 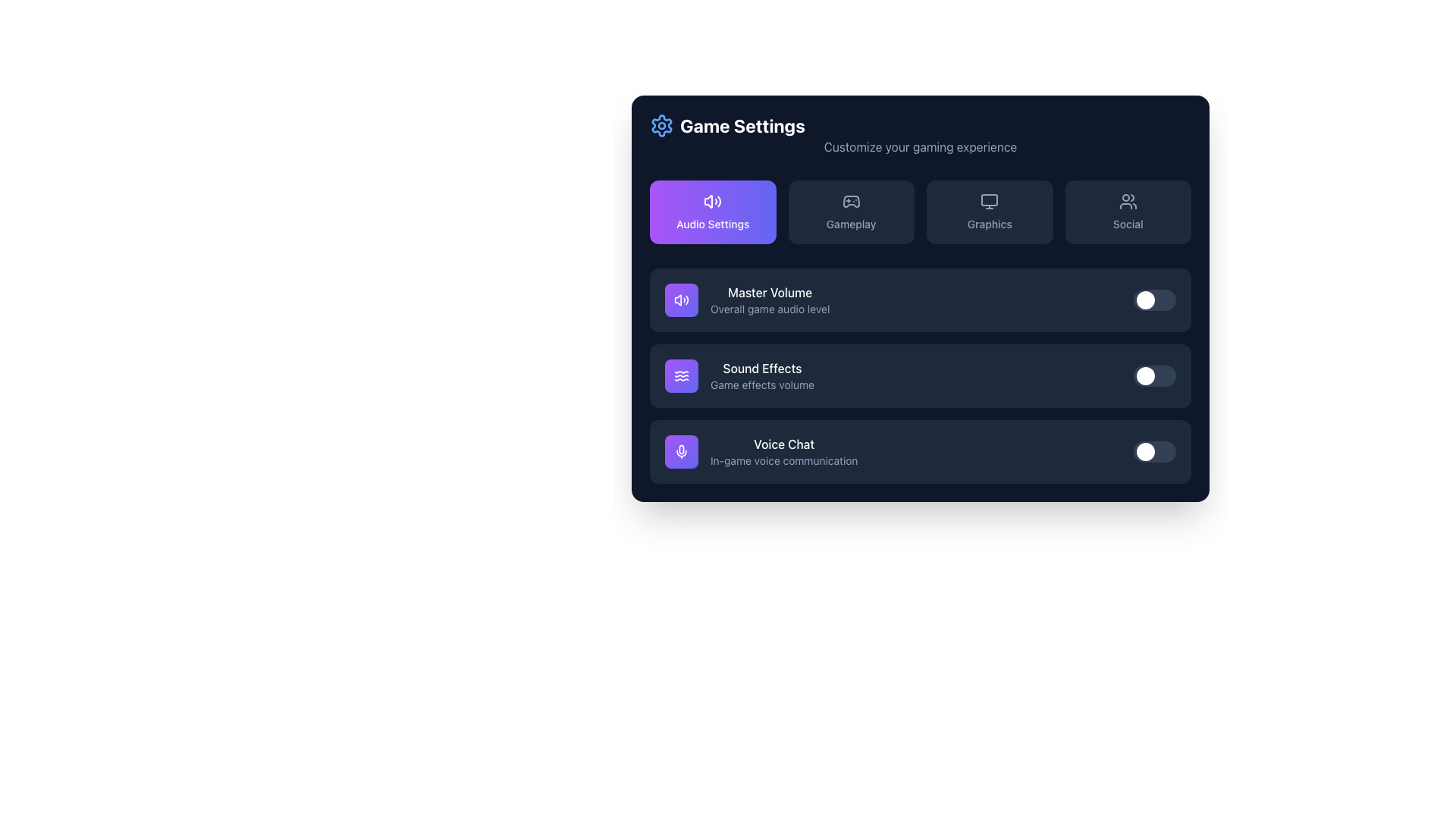 What do you see at coordinates (920, 451) in the screenshot?
I see `the toggle in the Setting Toggle Row labeled 'Voice Chat'` at bounding box center [920, 451].